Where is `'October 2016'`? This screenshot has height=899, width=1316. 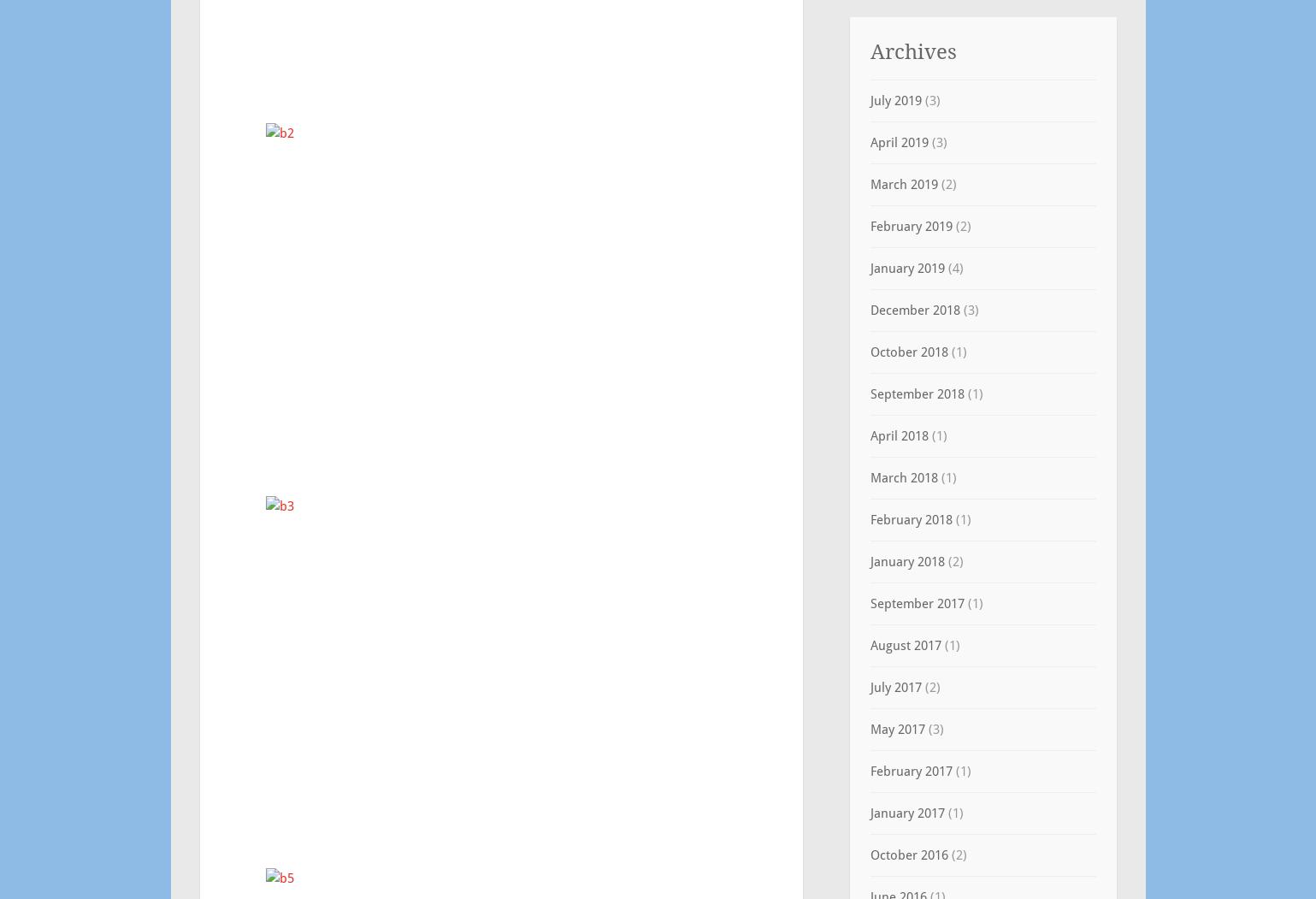 'October 2016' is located at coordinates (907, 855).